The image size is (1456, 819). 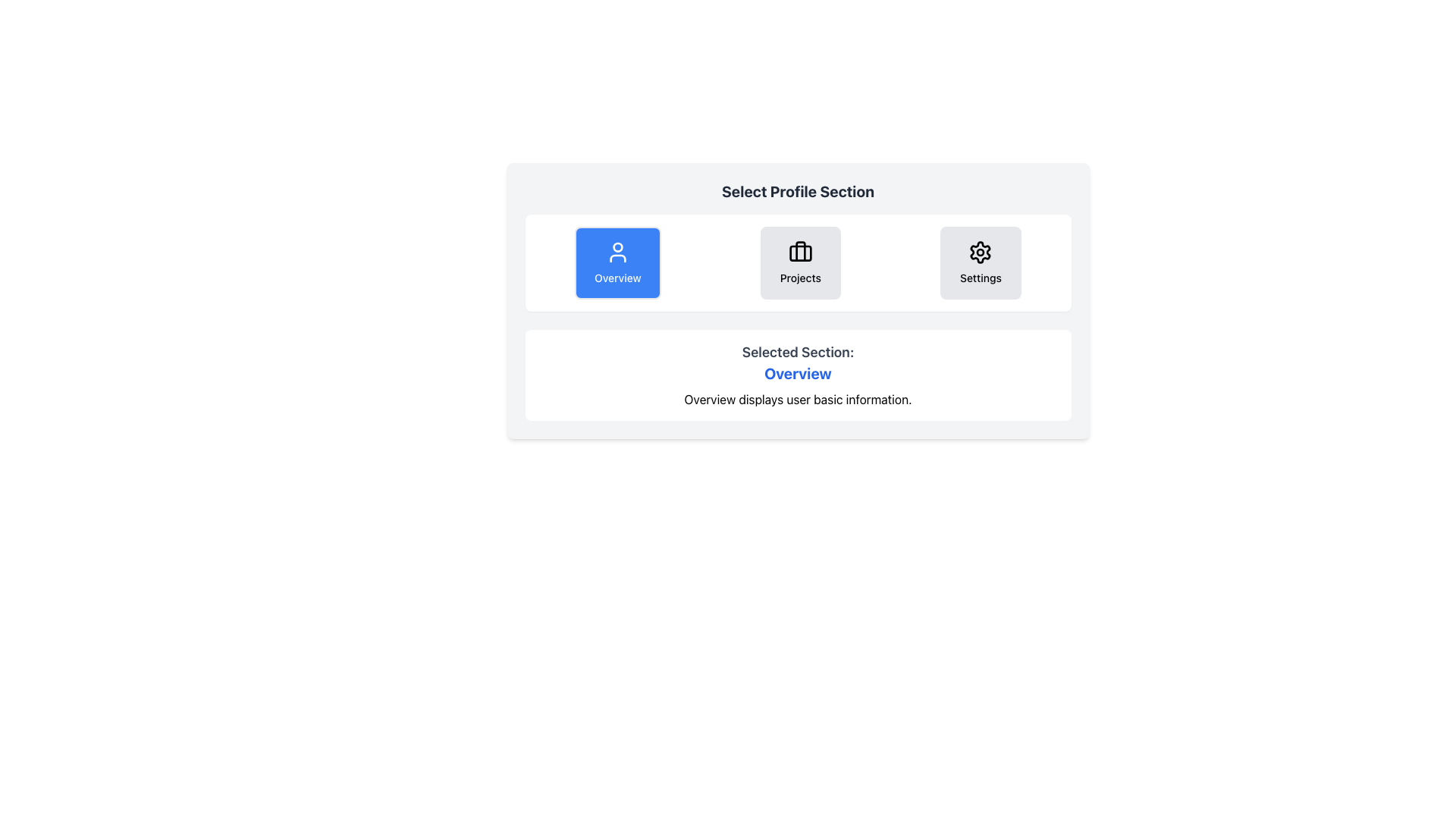 What do you see at coordinates (799, 253) in the screenshot?
I see `the Decorative Graphic Element that enhances the visual representation of the 'Projects' tab, specifically located within the briefcase illustration, below the handle and above the bottom edge` at bounding box center [799, 253].